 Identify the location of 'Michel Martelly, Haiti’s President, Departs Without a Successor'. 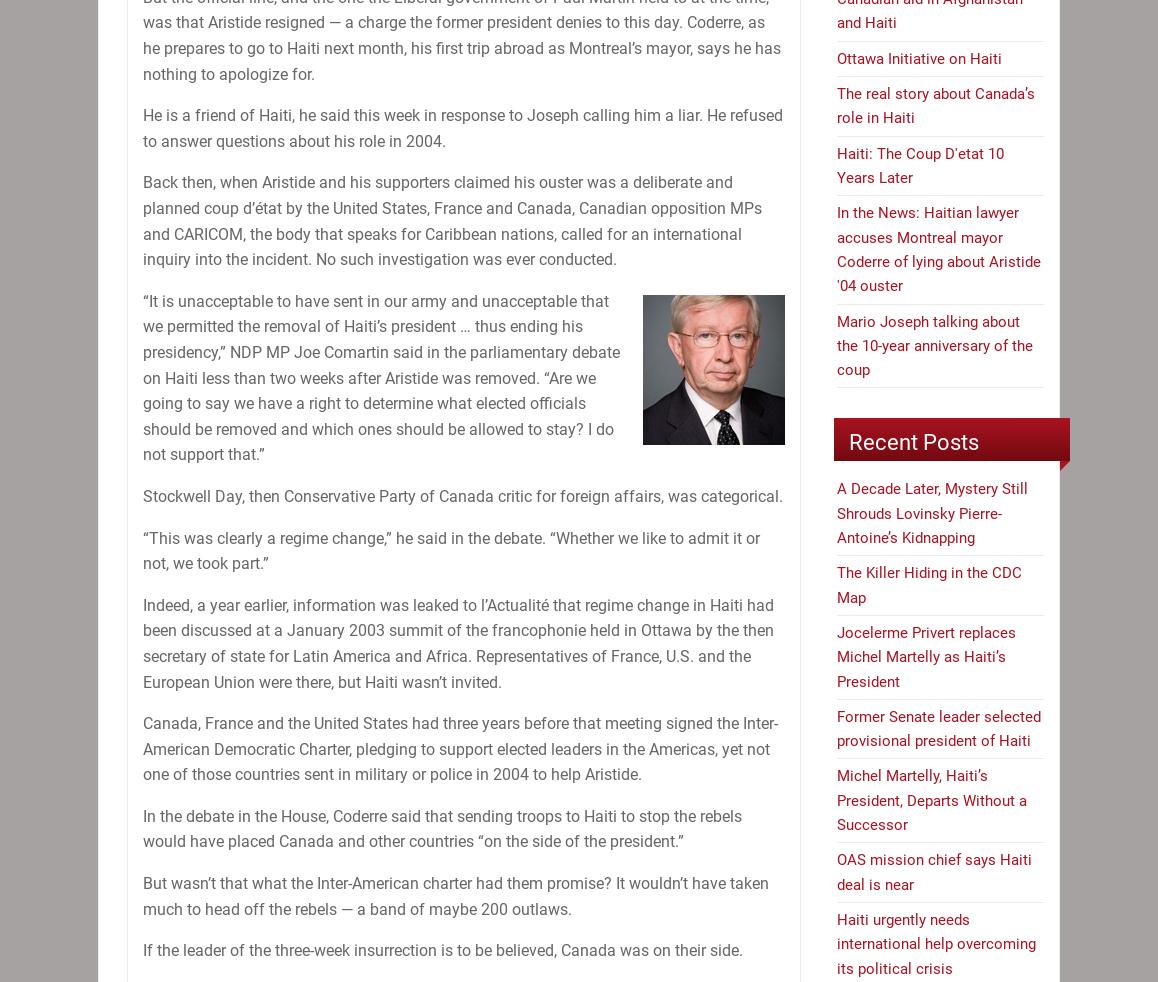
(930, 800).